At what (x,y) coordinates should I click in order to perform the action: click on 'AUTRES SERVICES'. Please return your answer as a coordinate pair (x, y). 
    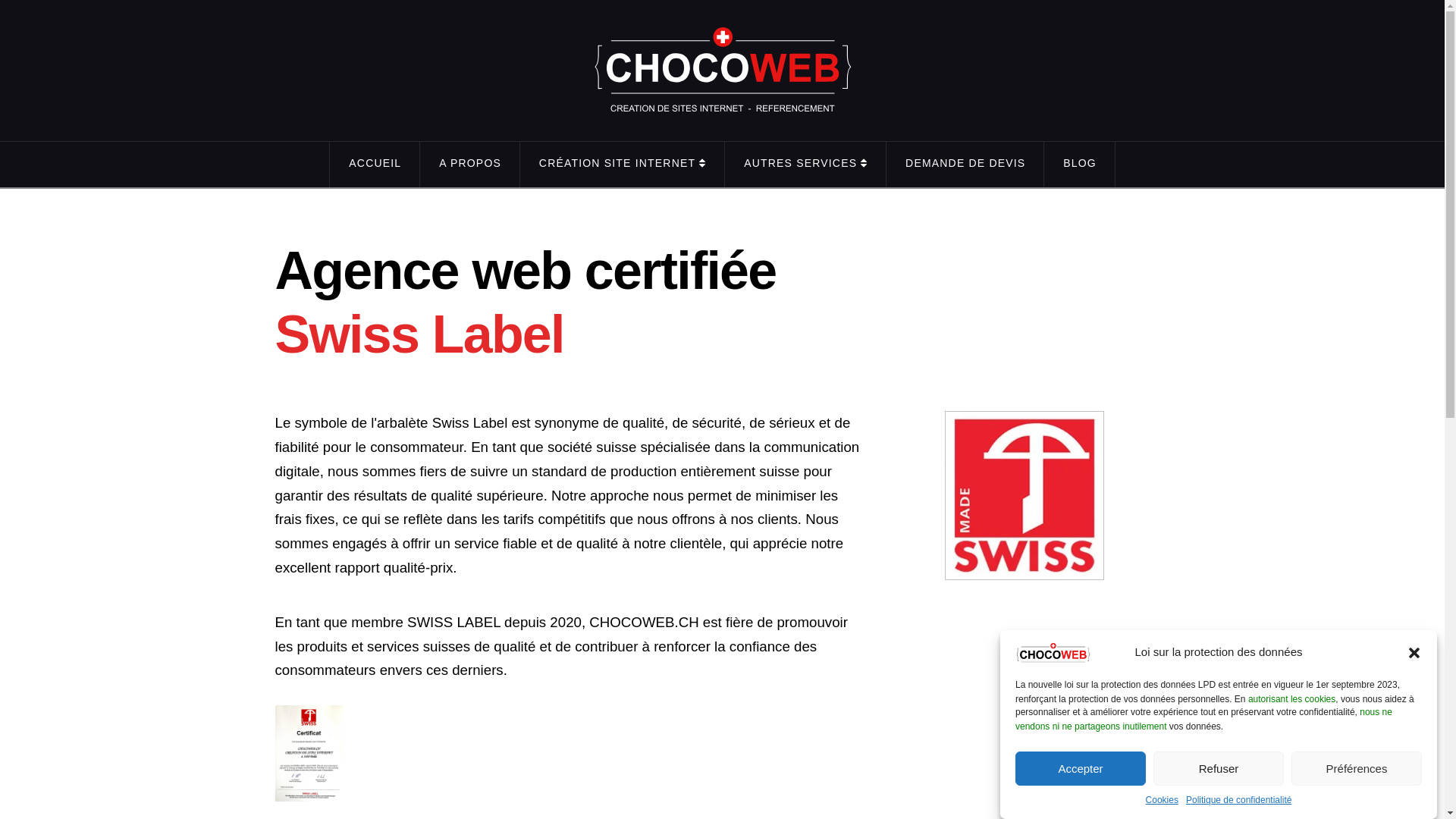
    Looking at the image, I should click on (723, 164).